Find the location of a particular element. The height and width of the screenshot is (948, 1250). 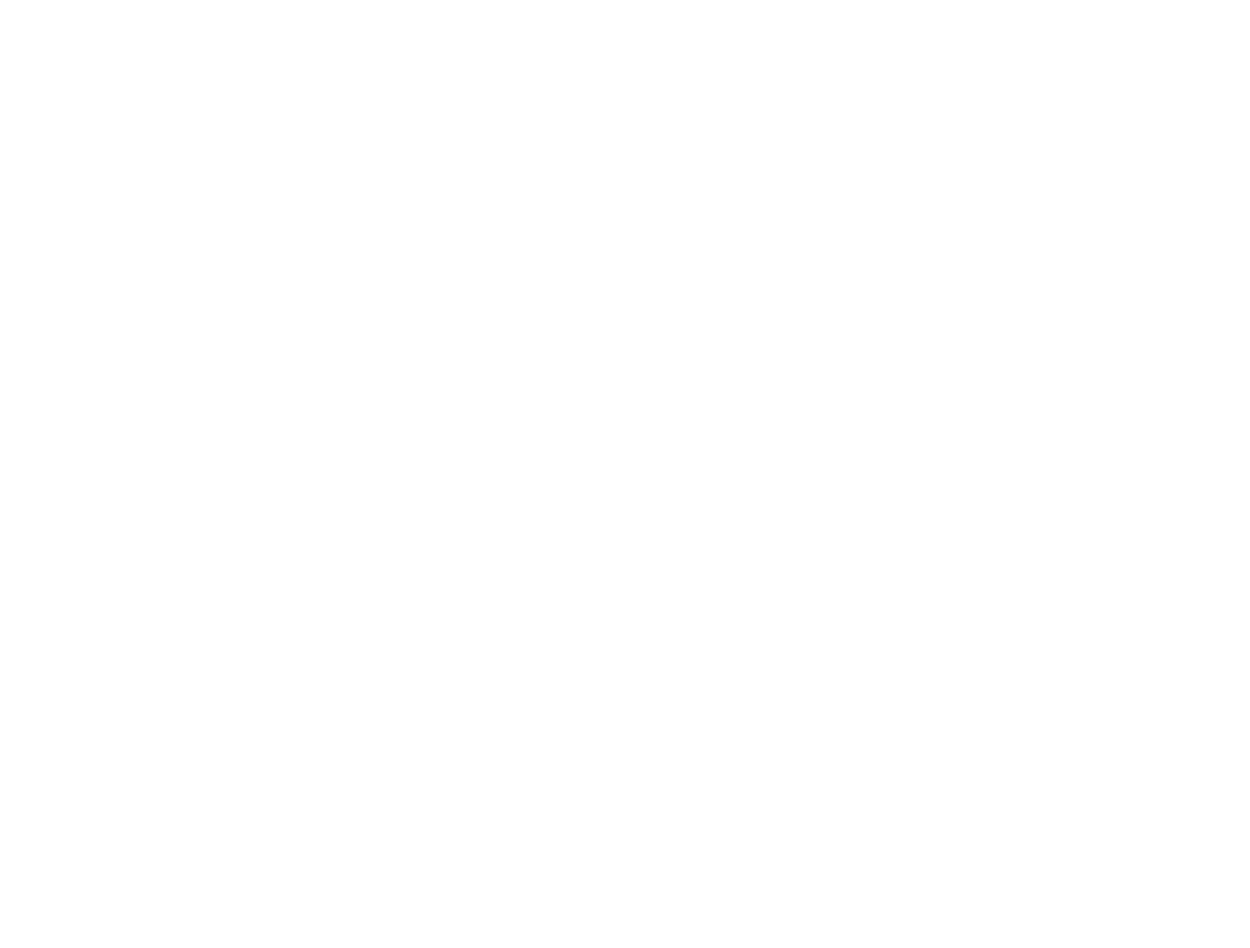

'Ashoka SPA' is located at coordinates (554, 783).